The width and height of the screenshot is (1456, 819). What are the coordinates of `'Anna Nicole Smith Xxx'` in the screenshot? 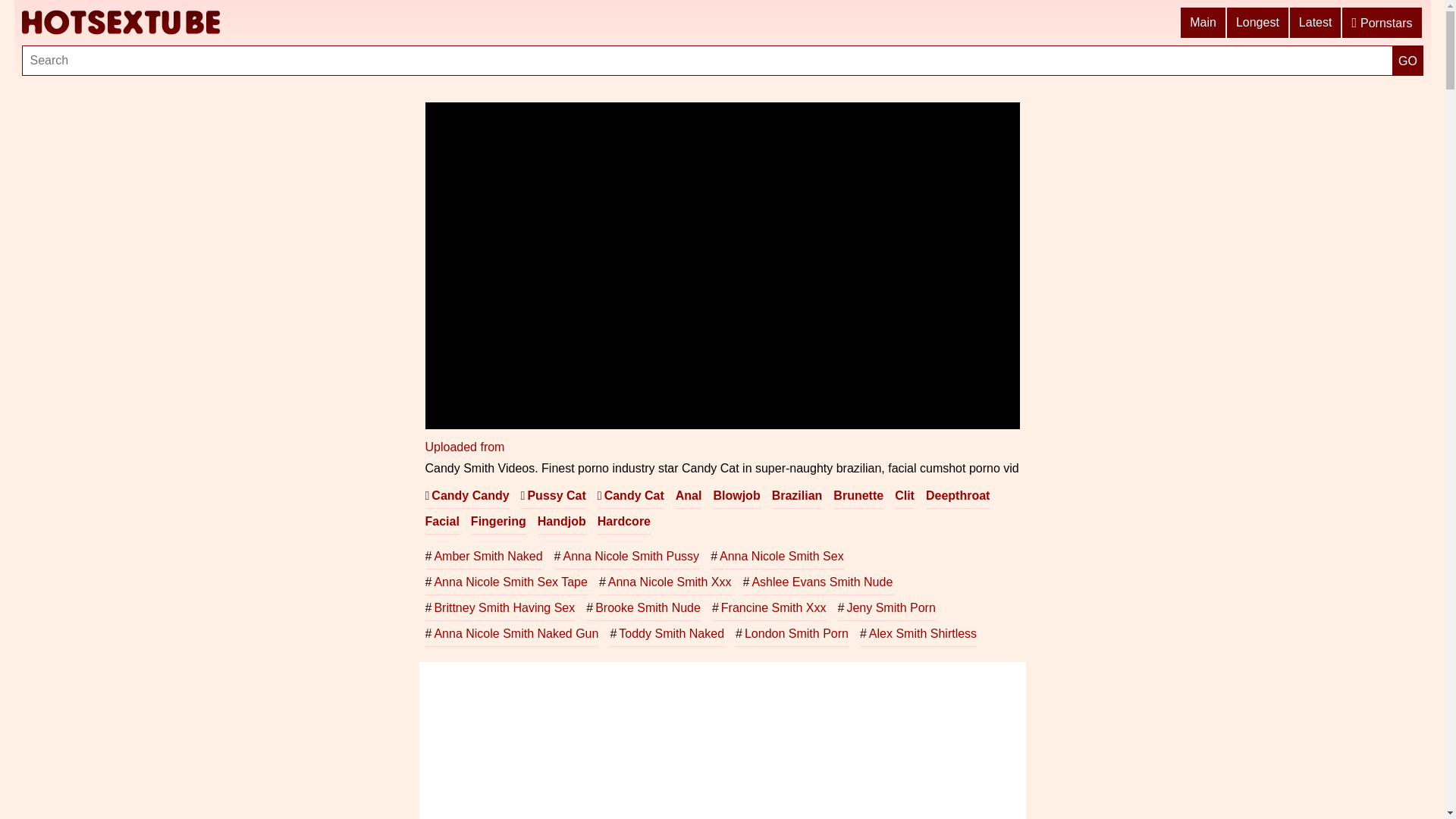 It's located at (665, 581).